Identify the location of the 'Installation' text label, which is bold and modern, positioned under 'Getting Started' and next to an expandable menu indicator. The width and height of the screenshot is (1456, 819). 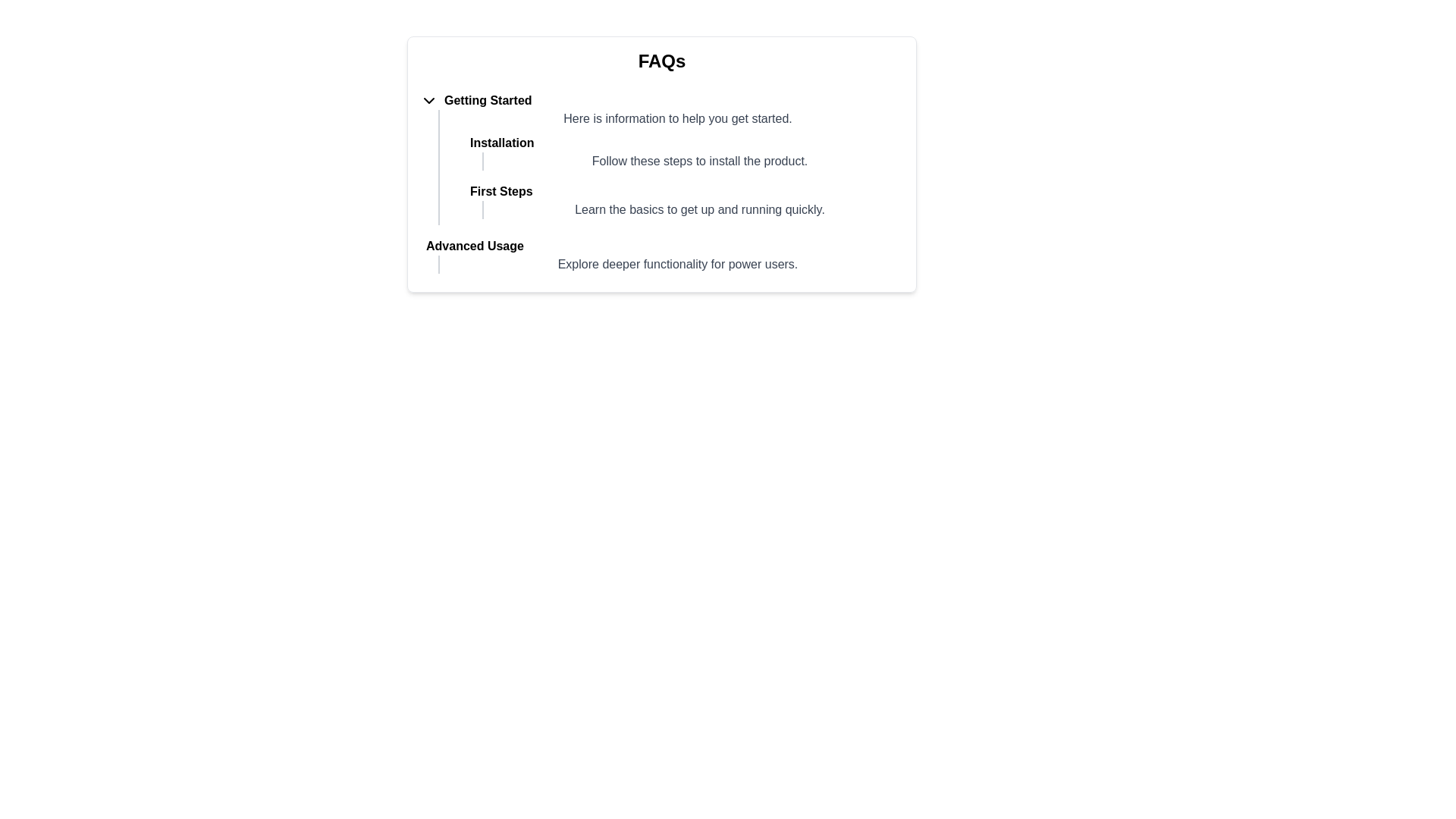
(502, 143).